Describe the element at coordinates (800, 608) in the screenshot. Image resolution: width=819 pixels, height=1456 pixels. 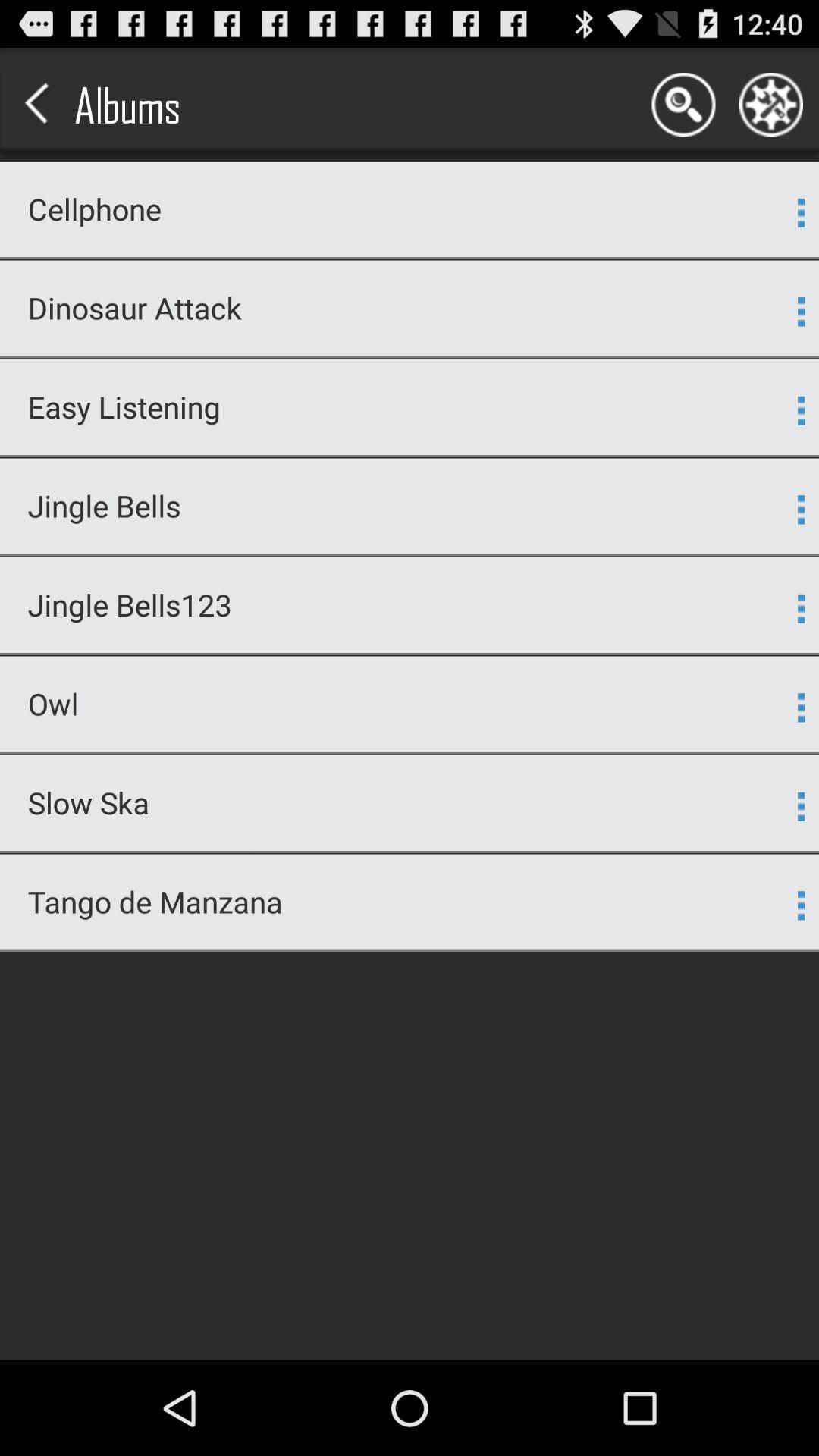
I see `icon next to jingle bells123` at that location.